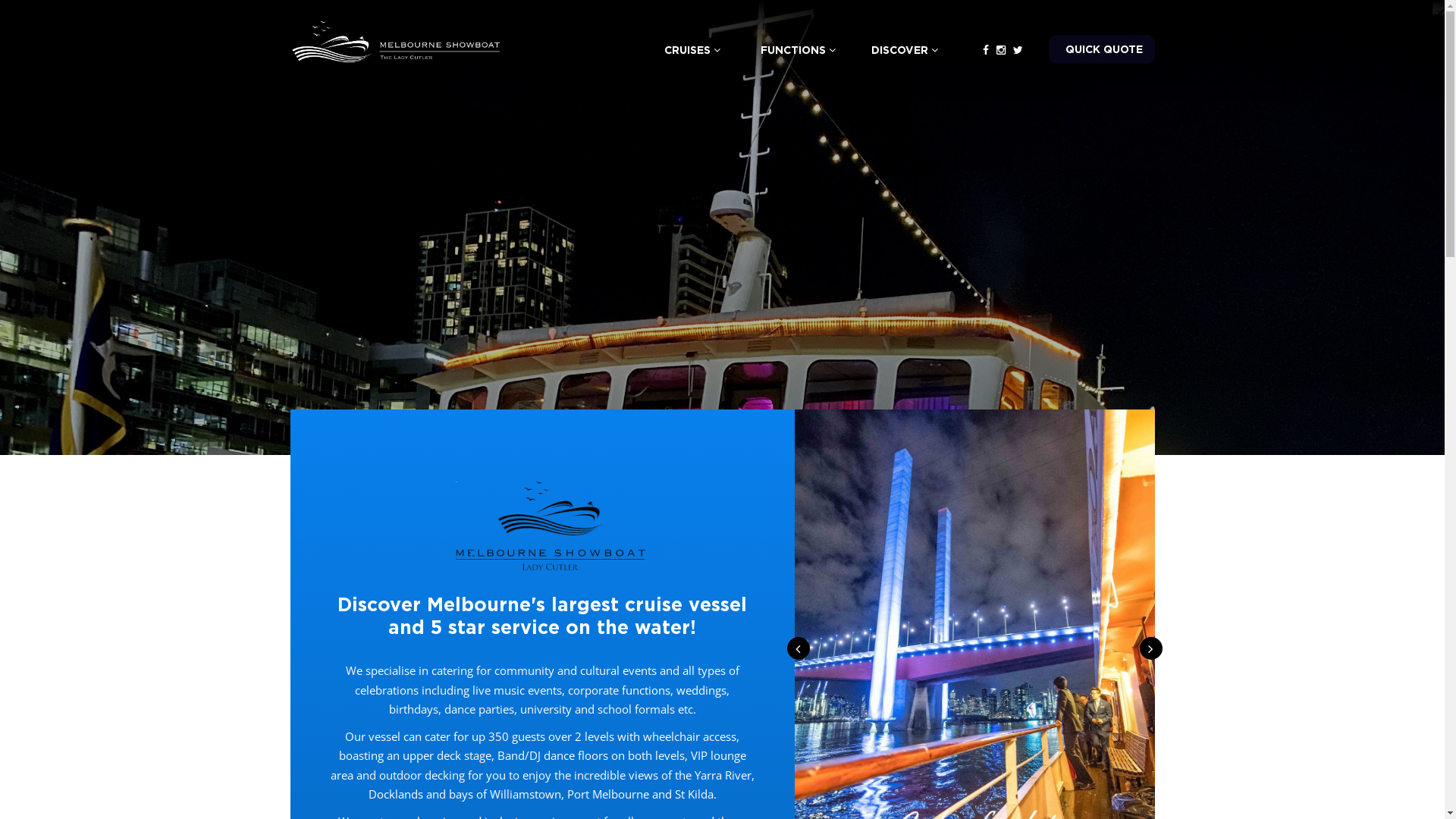 Image resolution: width=1456 pixels, height=819 pixels. I want to click on 'Follow us on Instagram', so click(1001, 49).